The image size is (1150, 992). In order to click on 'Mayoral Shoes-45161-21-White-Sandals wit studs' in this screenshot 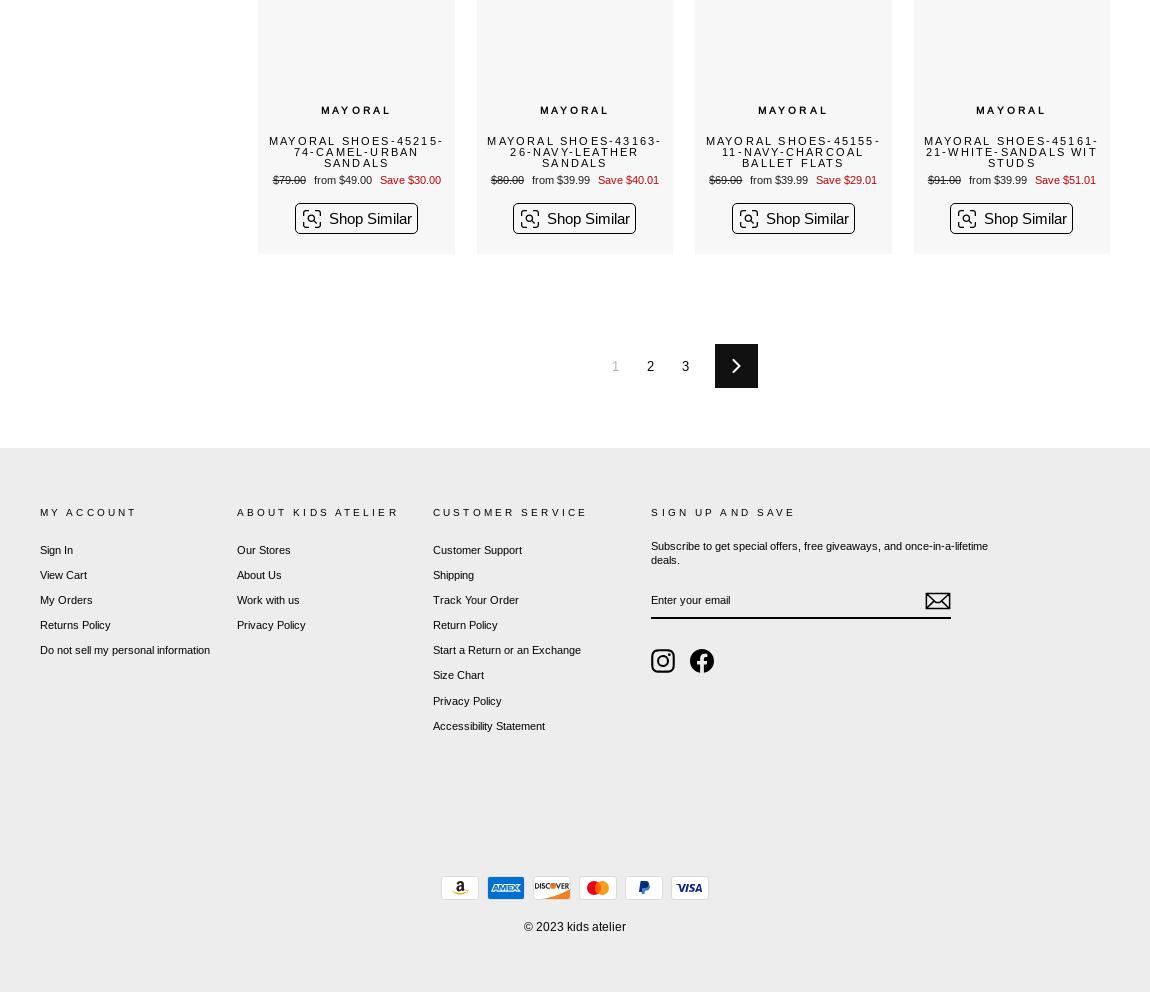, I will do `click(1011, 150)`.